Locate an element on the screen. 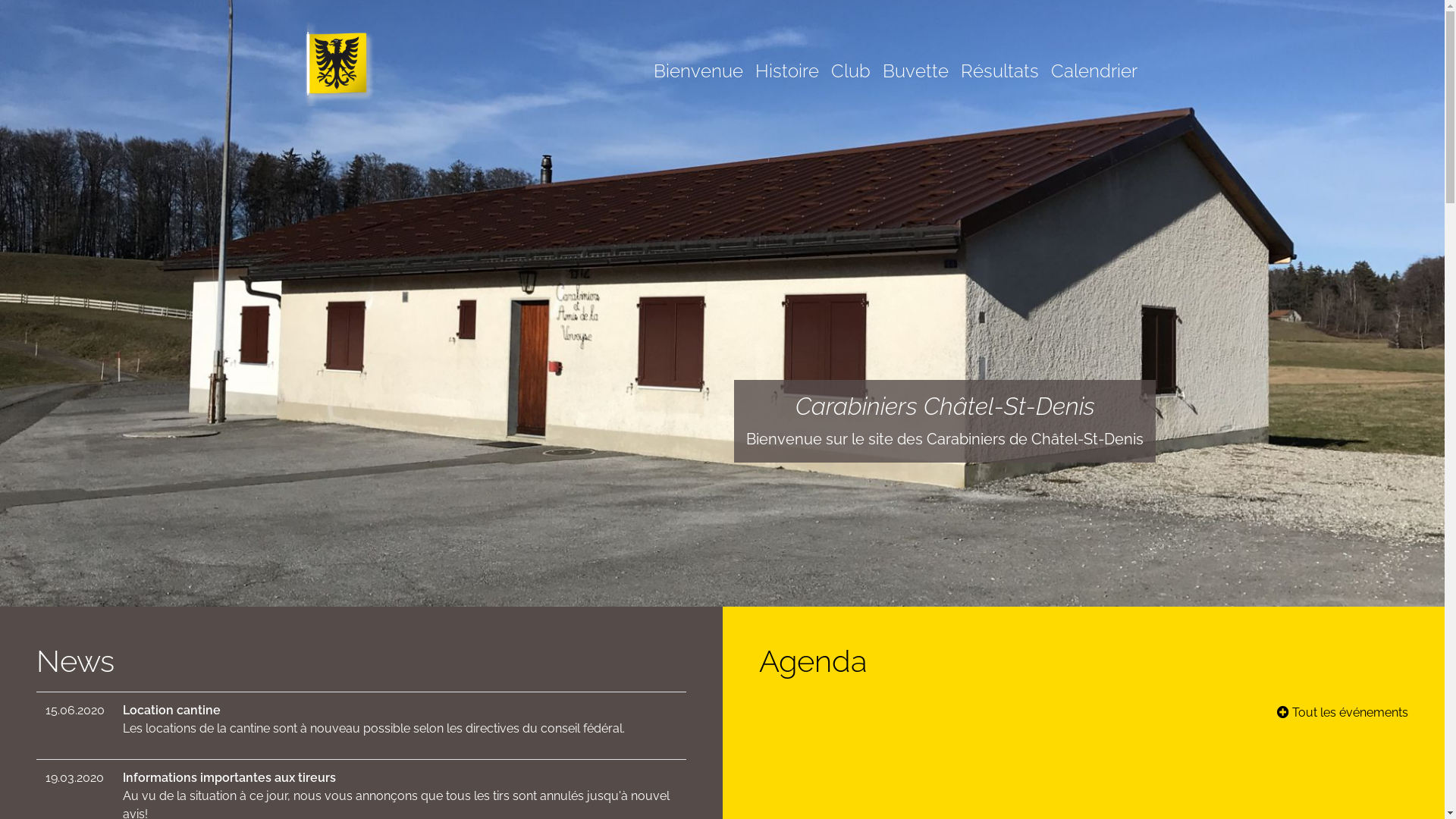 This screenshot has height=819, width=1456. 'Buvette' is located at coordinates (877, 57).